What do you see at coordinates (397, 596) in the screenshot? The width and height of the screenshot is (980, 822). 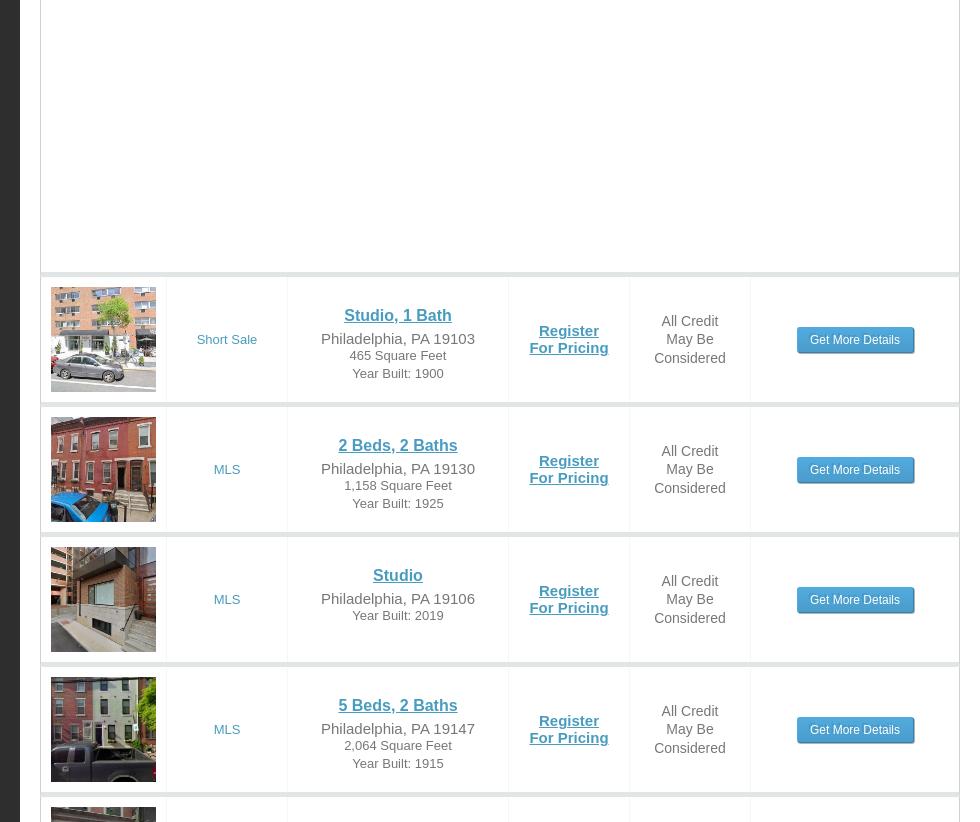 I see `'Philadelphia, PA 19106'` at bounding box center [397, 596].